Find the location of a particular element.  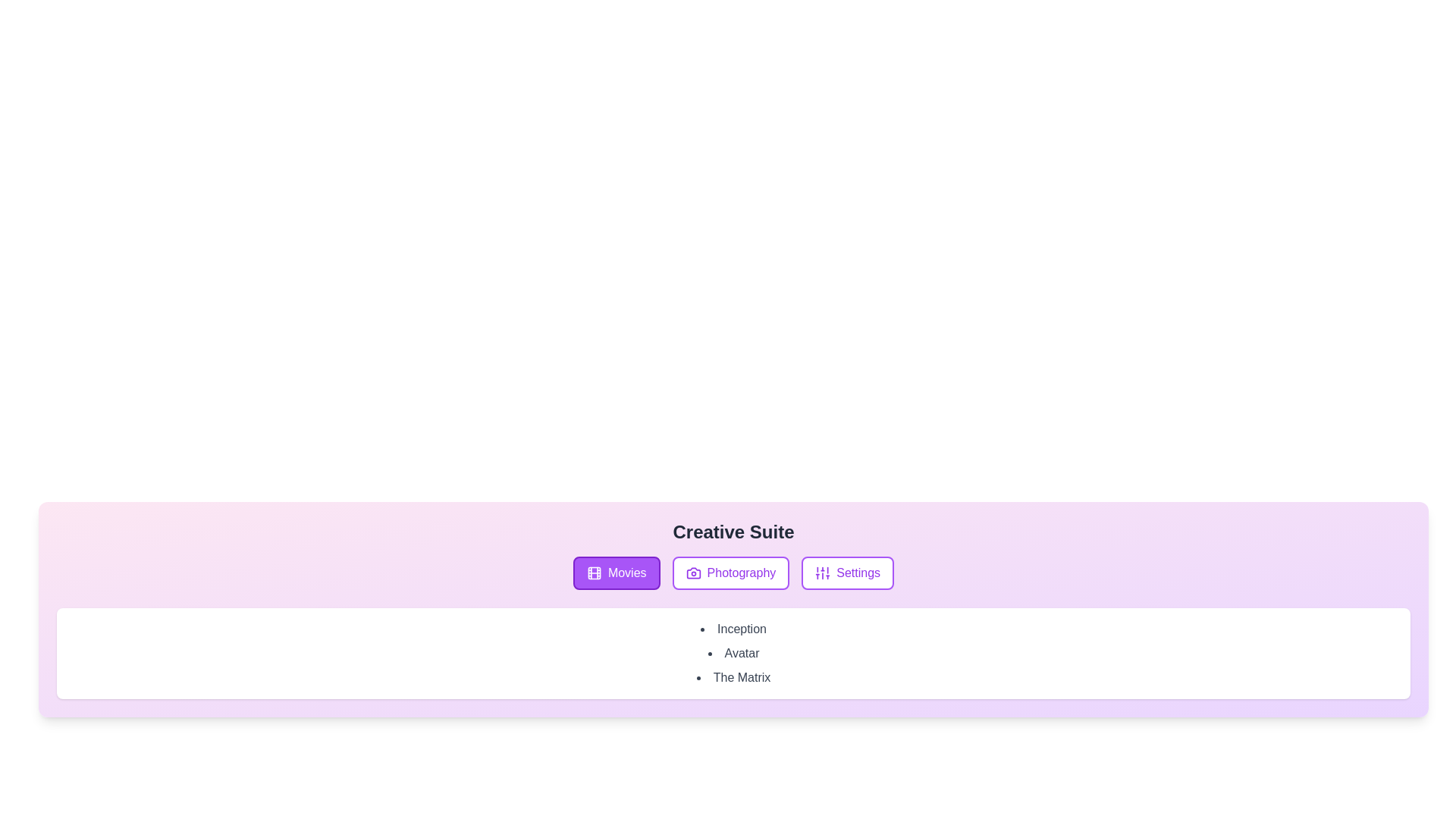

static text label displaying the title 'Inception', which is the first item in a vertical bullet list under the 'Creative Suite' section is located at coordinates (733, 629).